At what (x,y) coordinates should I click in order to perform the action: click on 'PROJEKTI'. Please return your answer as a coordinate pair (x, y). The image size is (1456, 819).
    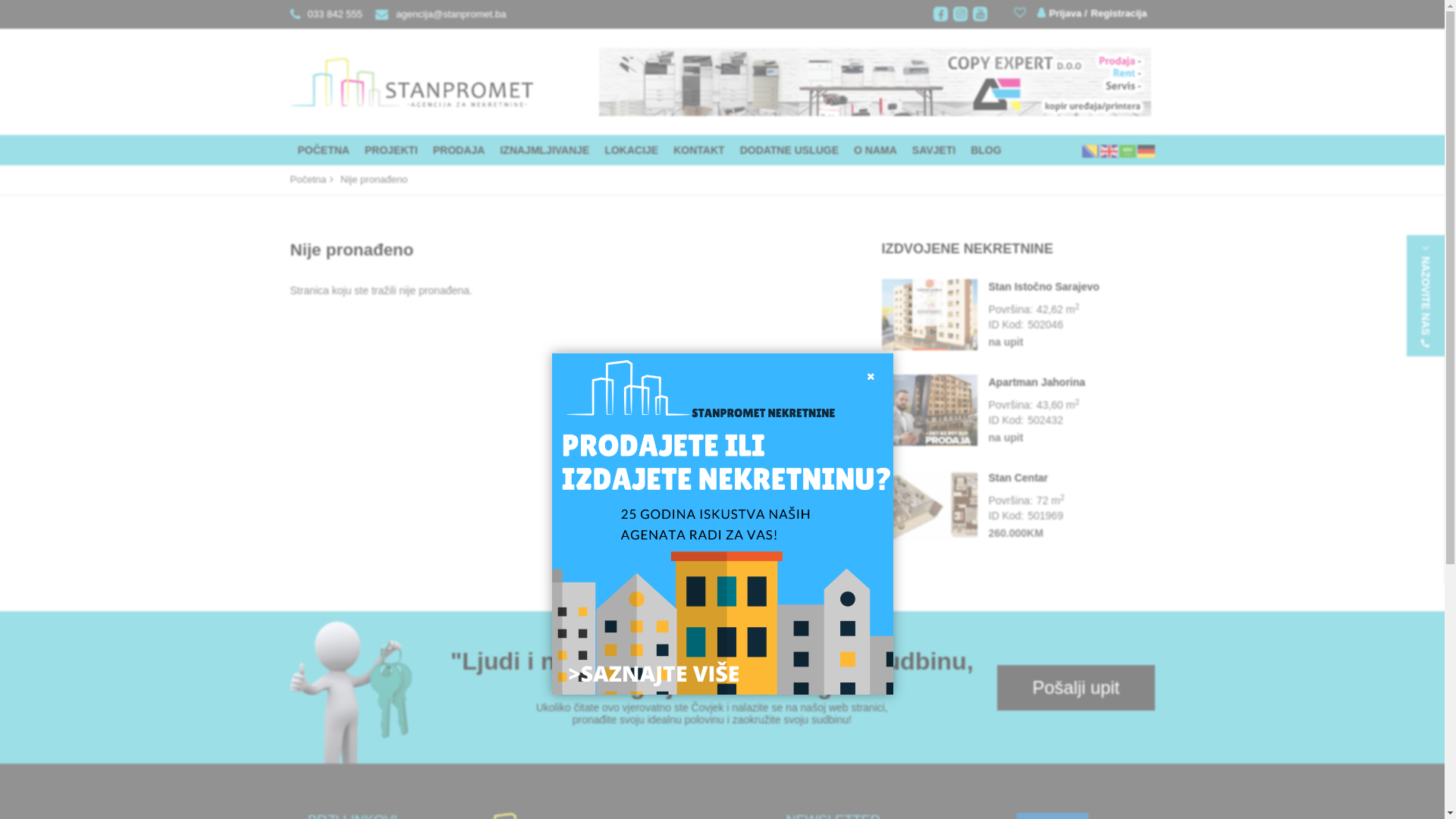
    Looking at the image, I should click on (391, 149).